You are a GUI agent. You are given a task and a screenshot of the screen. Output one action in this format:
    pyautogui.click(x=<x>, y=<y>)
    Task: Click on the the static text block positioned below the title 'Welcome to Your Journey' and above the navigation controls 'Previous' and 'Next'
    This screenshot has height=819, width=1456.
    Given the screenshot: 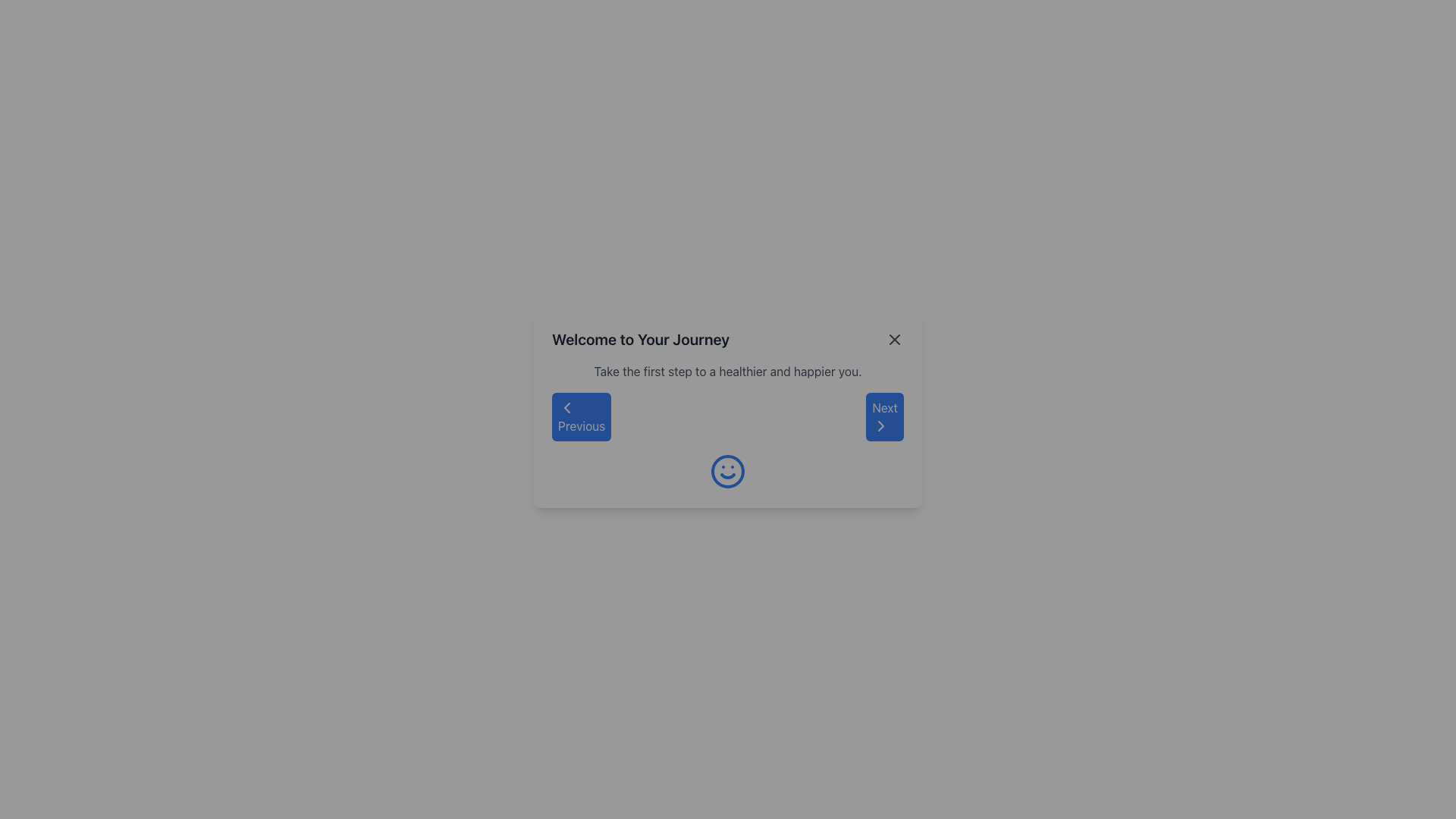 What is the action you would take?
    pyautogui.click(x=728, y=371)
    